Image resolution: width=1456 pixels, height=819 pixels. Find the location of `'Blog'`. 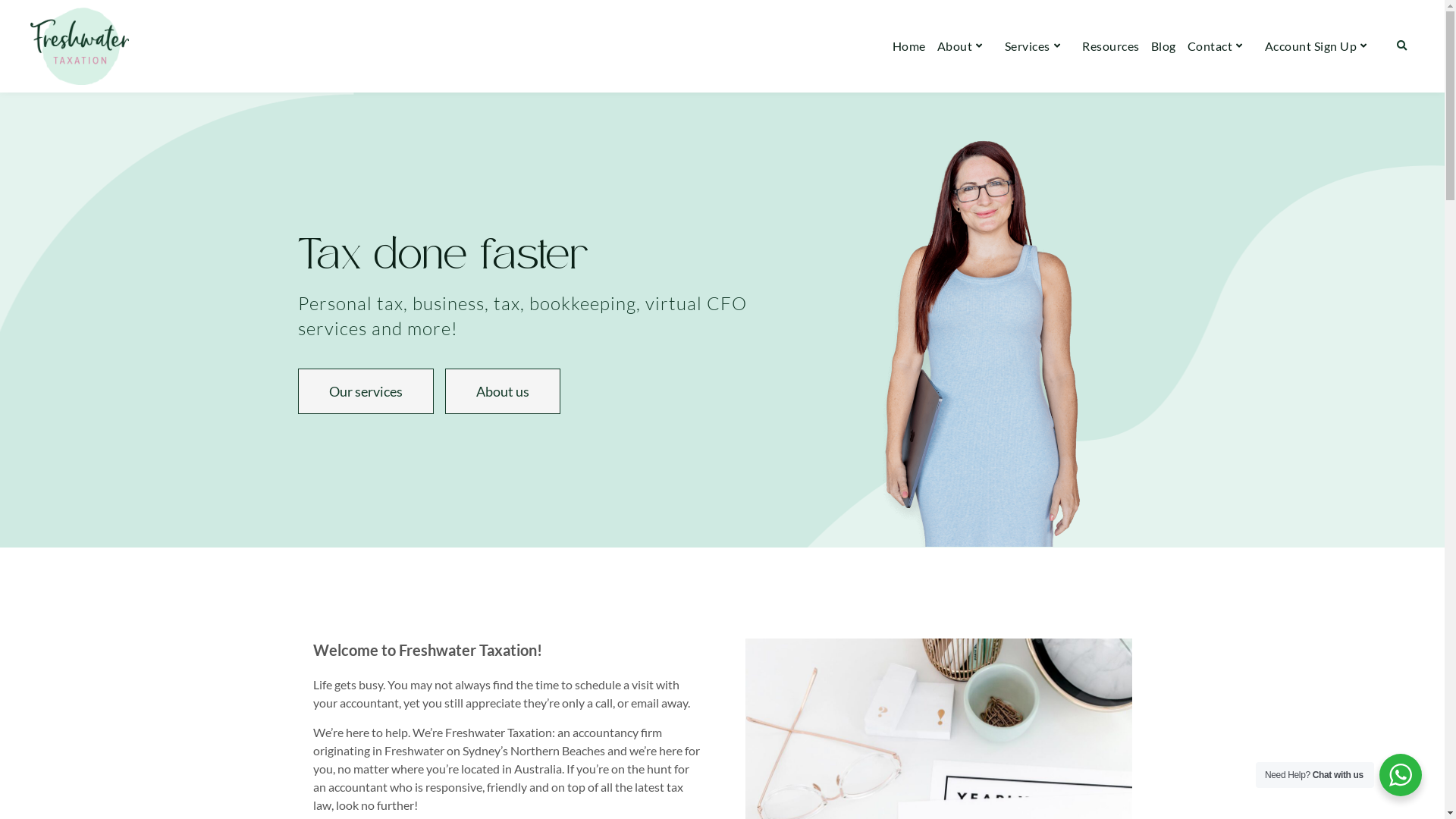

'Blog' is located at coordinates (1163, 45).